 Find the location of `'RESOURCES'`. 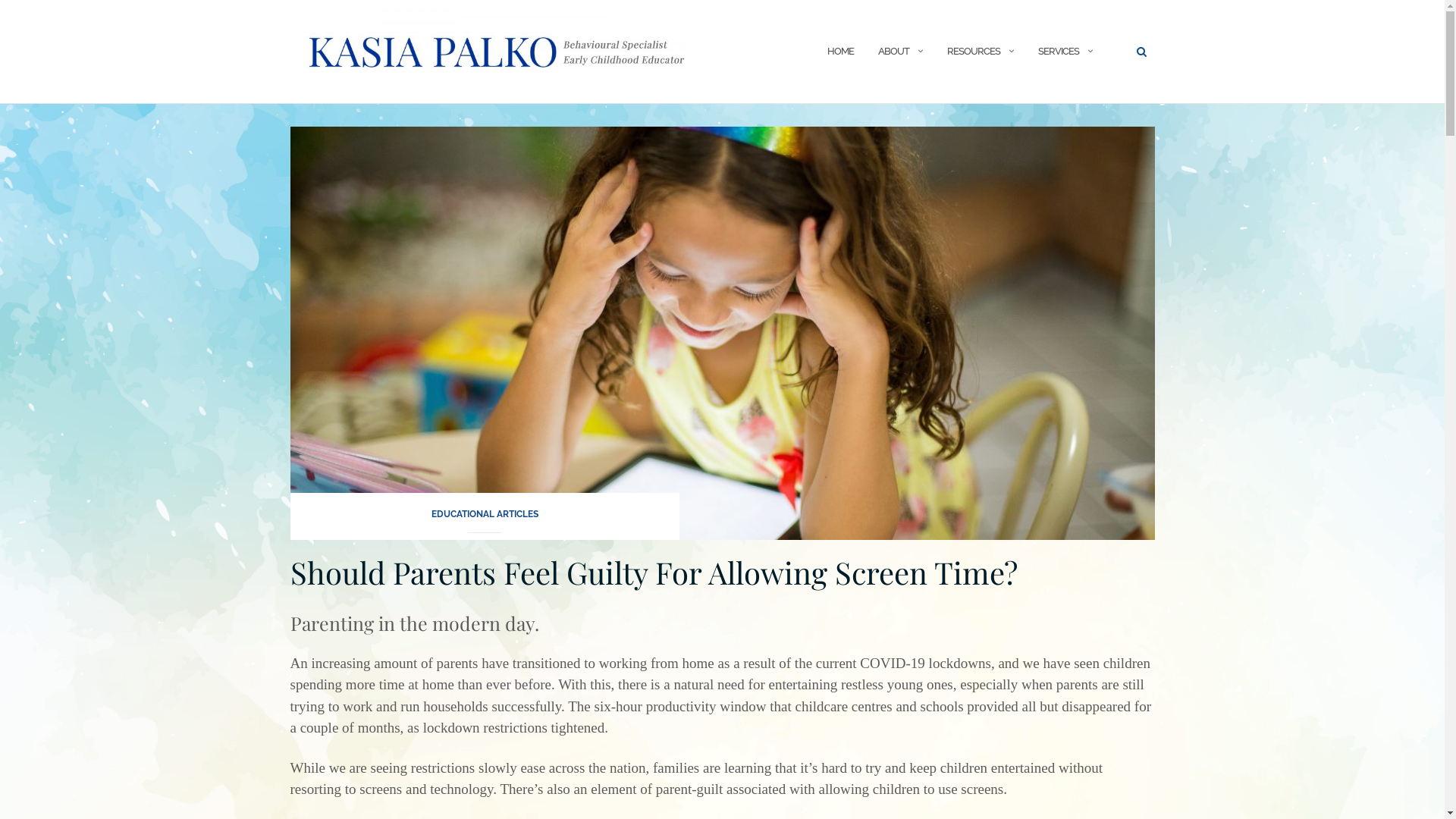

'RESOURCES' is located at coordinates (972, 51).